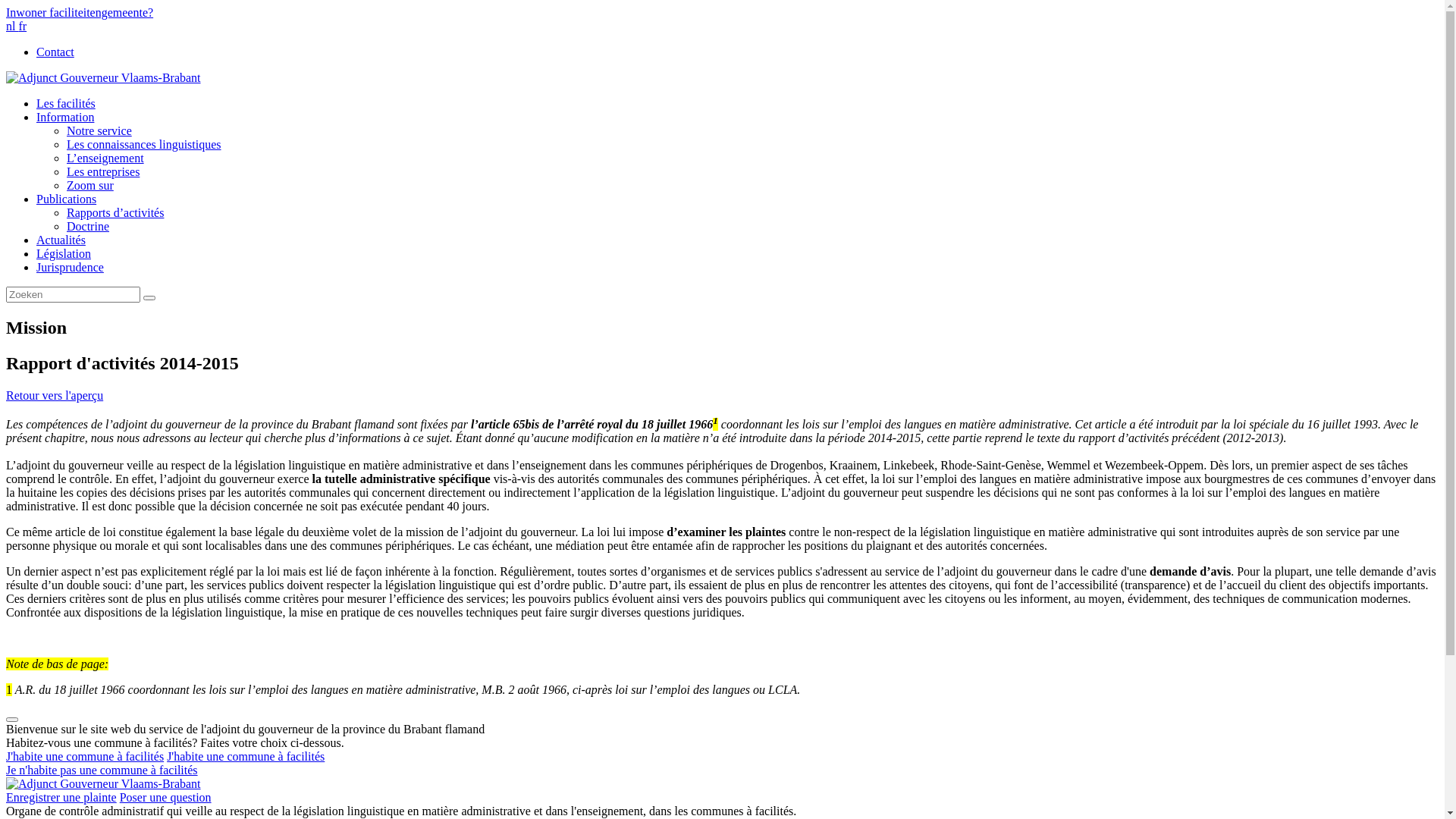 The height and width of the screenshot is (819, 1456). What do you see at coordinates (98, 130) in the screenshot?
I see `'Notre service'` at bounding box center [98, 130].